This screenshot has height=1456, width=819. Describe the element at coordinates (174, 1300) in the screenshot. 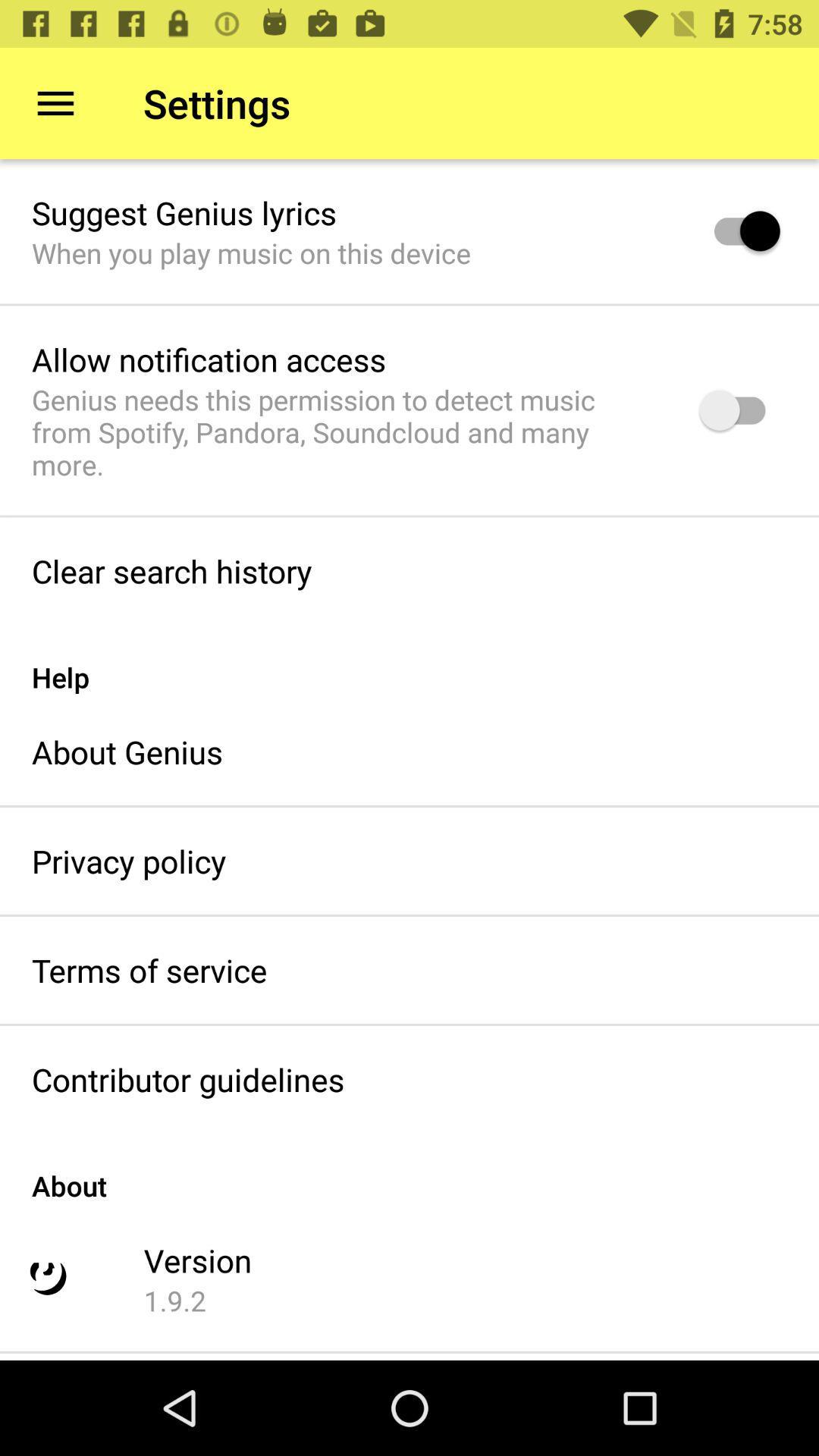

I see `1.9.2 icon` at that location.